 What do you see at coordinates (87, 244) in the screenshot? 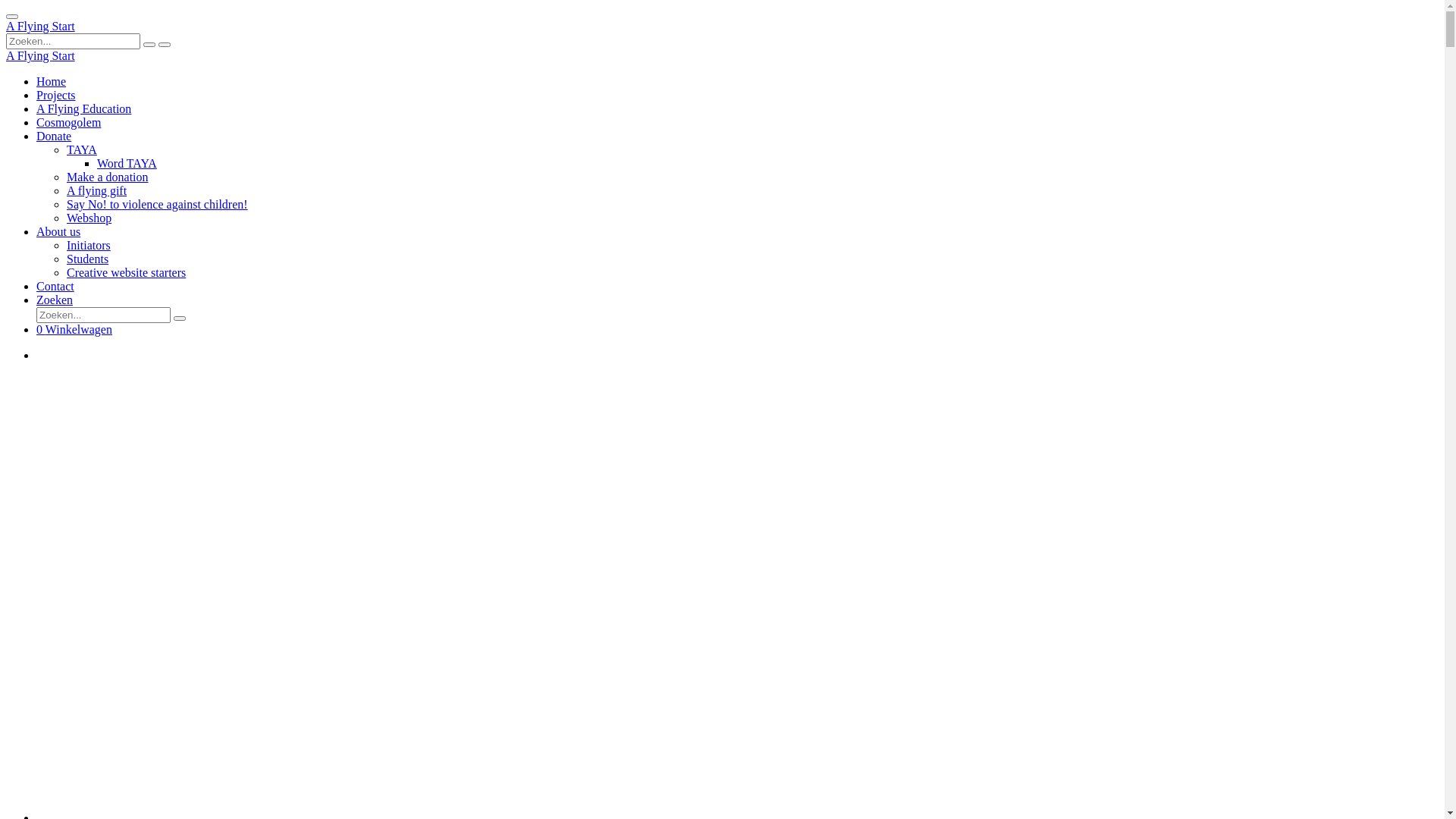
I see `'Initiators'` at bounding box center [87, 244].